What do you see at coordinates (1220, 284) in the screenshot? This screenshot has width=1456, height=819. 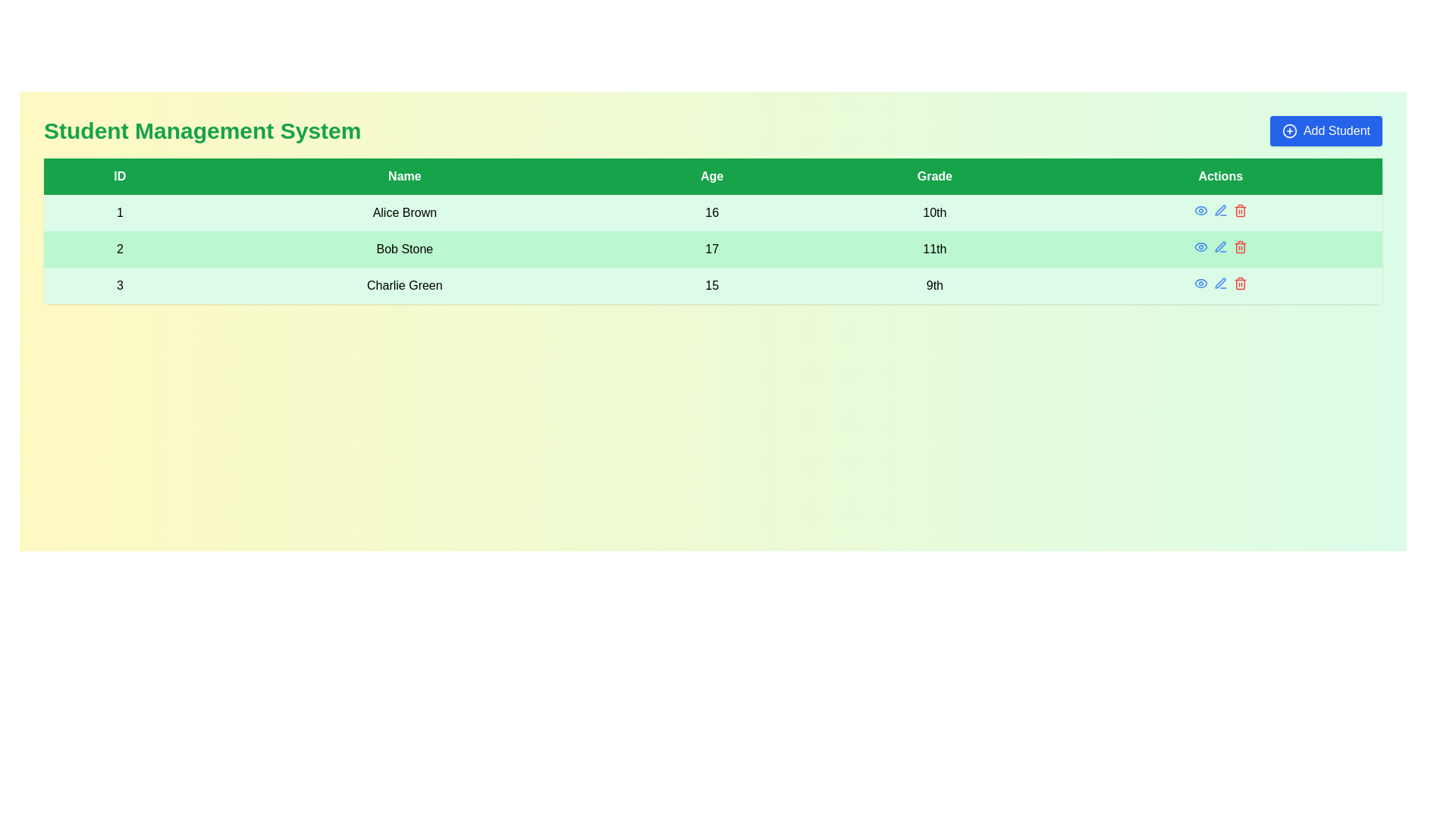 I see `the blue pen icon in the Actions column of the last row of the table` at bounding box center [1220, 284].